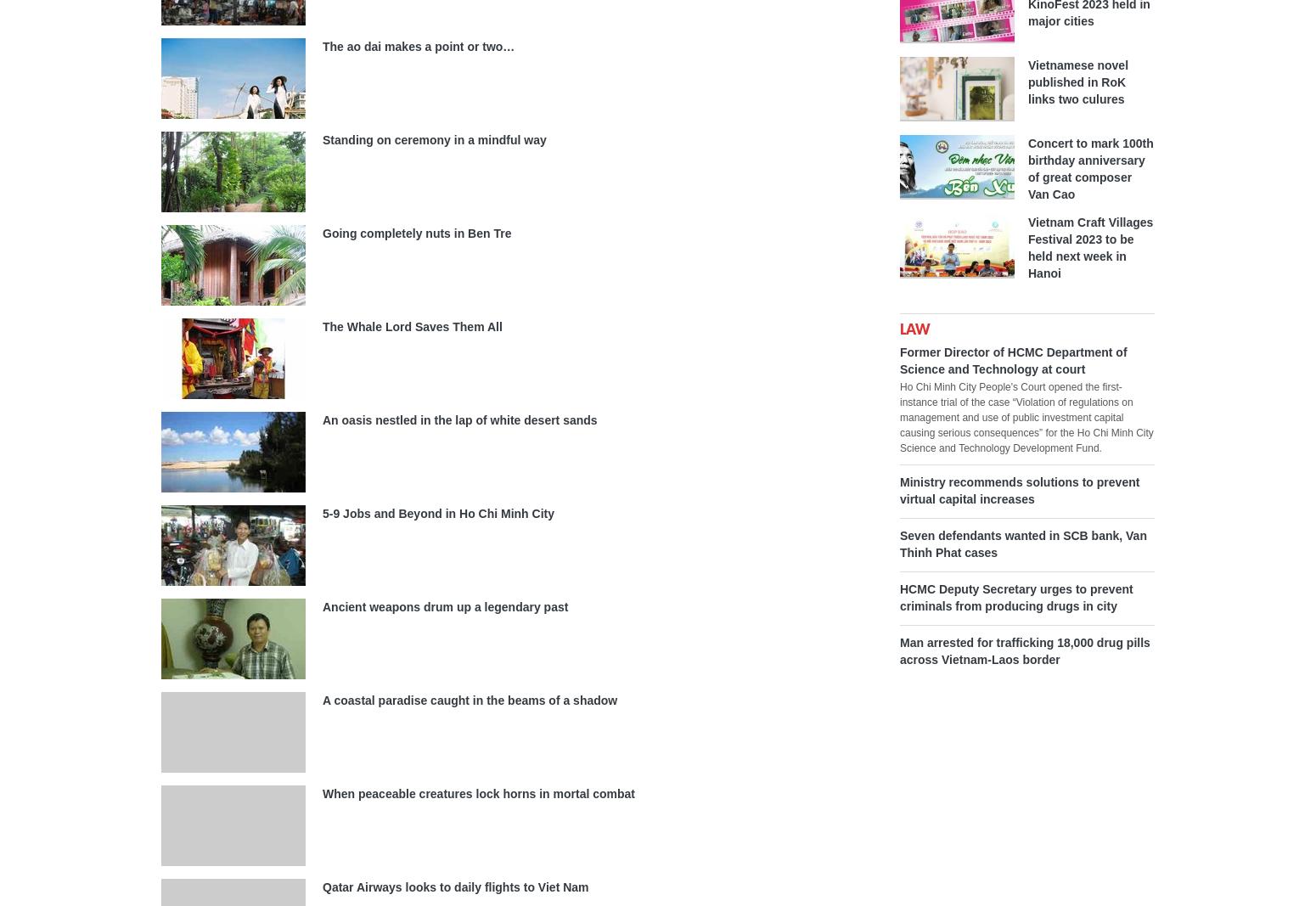 The image size is (1316, 906). I want to click on 'HCMC Deputy Secretary urges to prevent criminals from producing drugs in city', so click(900, 597).